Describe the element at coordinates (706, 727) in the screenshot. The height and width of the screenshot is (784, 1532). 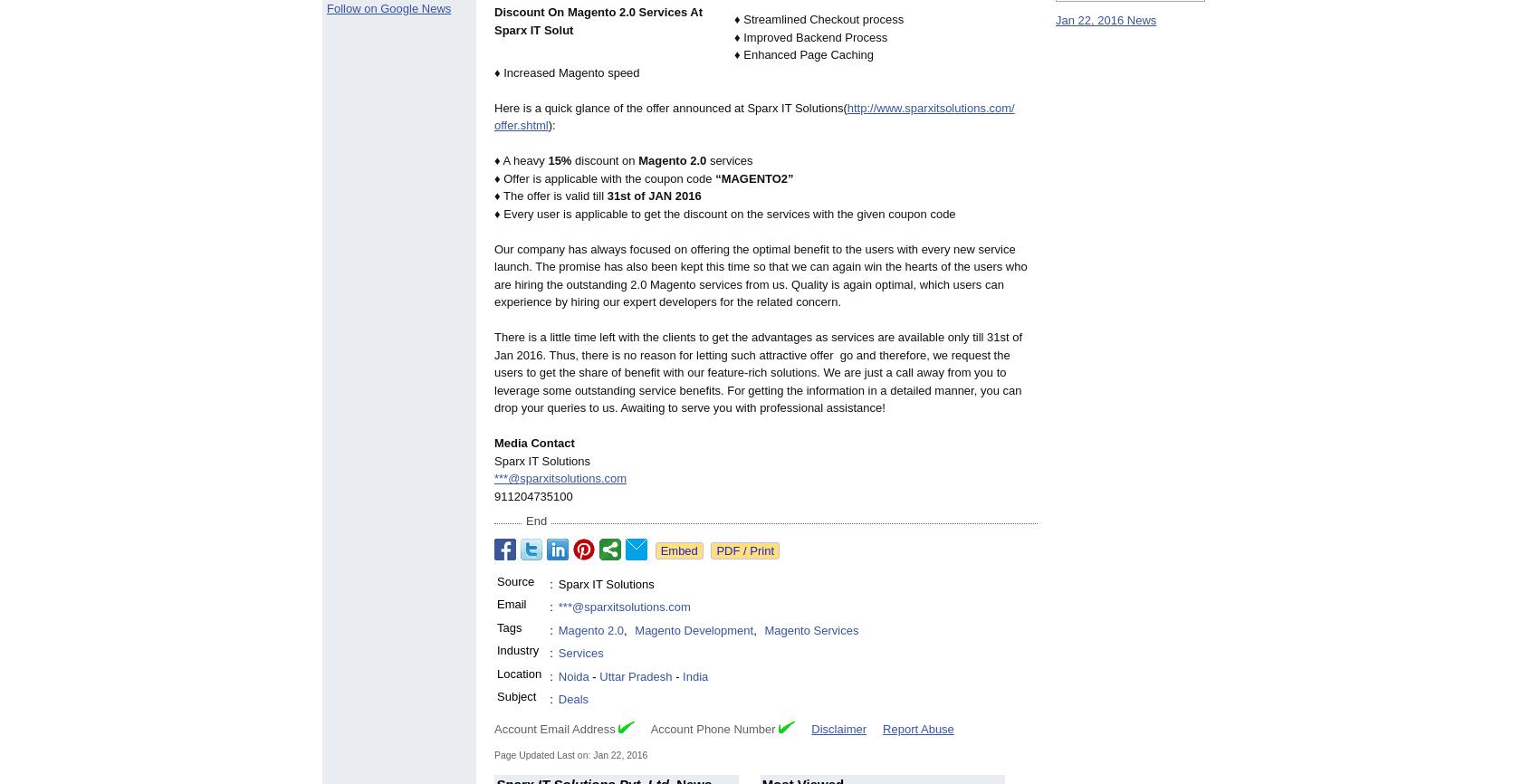
I see `'Account Phone Number'` at that location.